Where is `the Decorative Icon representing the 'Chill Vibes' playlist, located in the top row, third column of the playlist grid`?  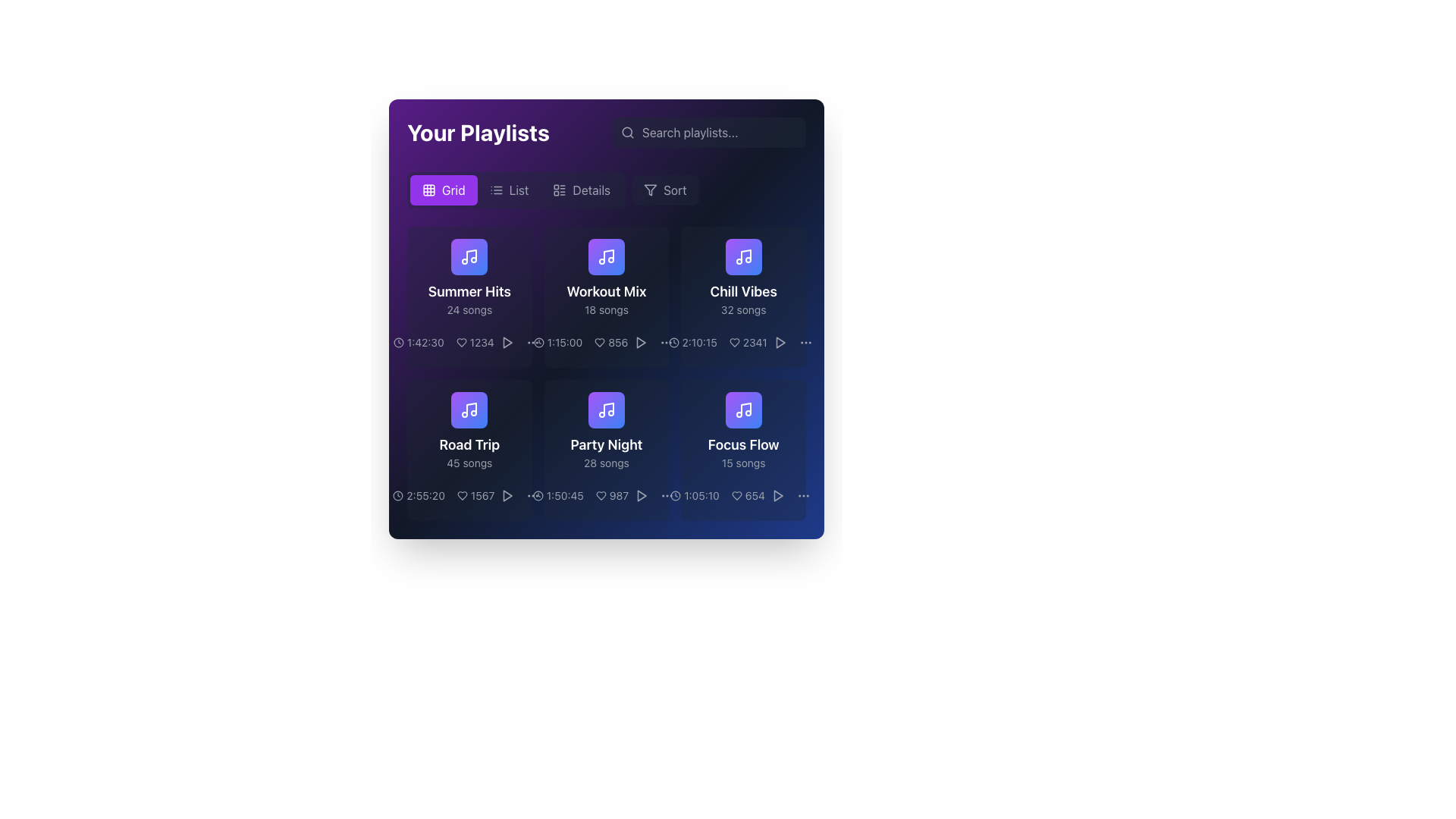 the Decorative Icon representing the 'Chill Vibes' playlist, located in the top row, third column of the playlist grid is located at coordinates (743, 256).